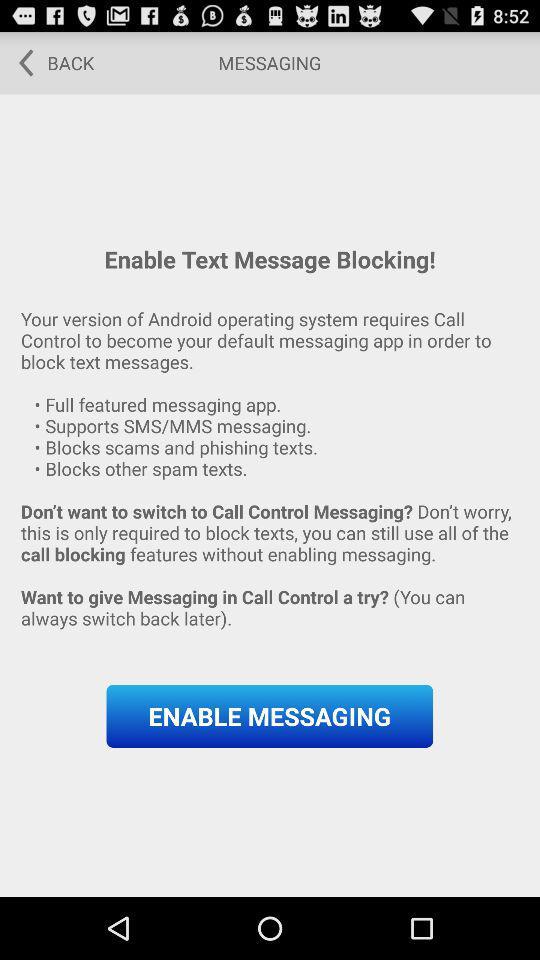 The width and height of the screenshot is (540, 960). I want to click on the item next to the messaging item, so click(49, 62).